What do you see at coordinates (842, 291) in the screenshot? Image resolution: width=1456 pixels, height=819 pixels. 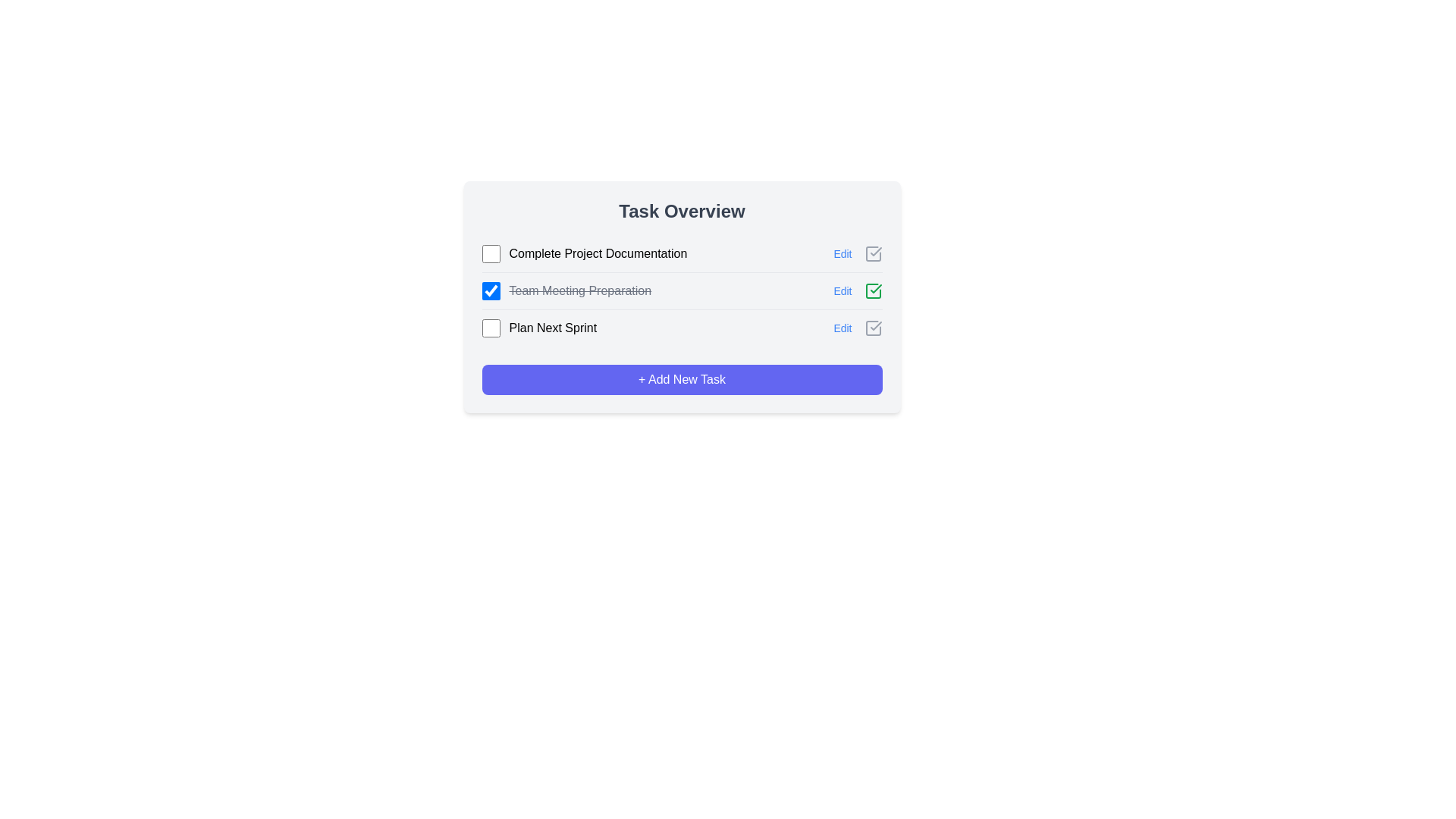 I see `'Edit' button for the task Team Meeting Preparation` at bounding box center [842, 291].